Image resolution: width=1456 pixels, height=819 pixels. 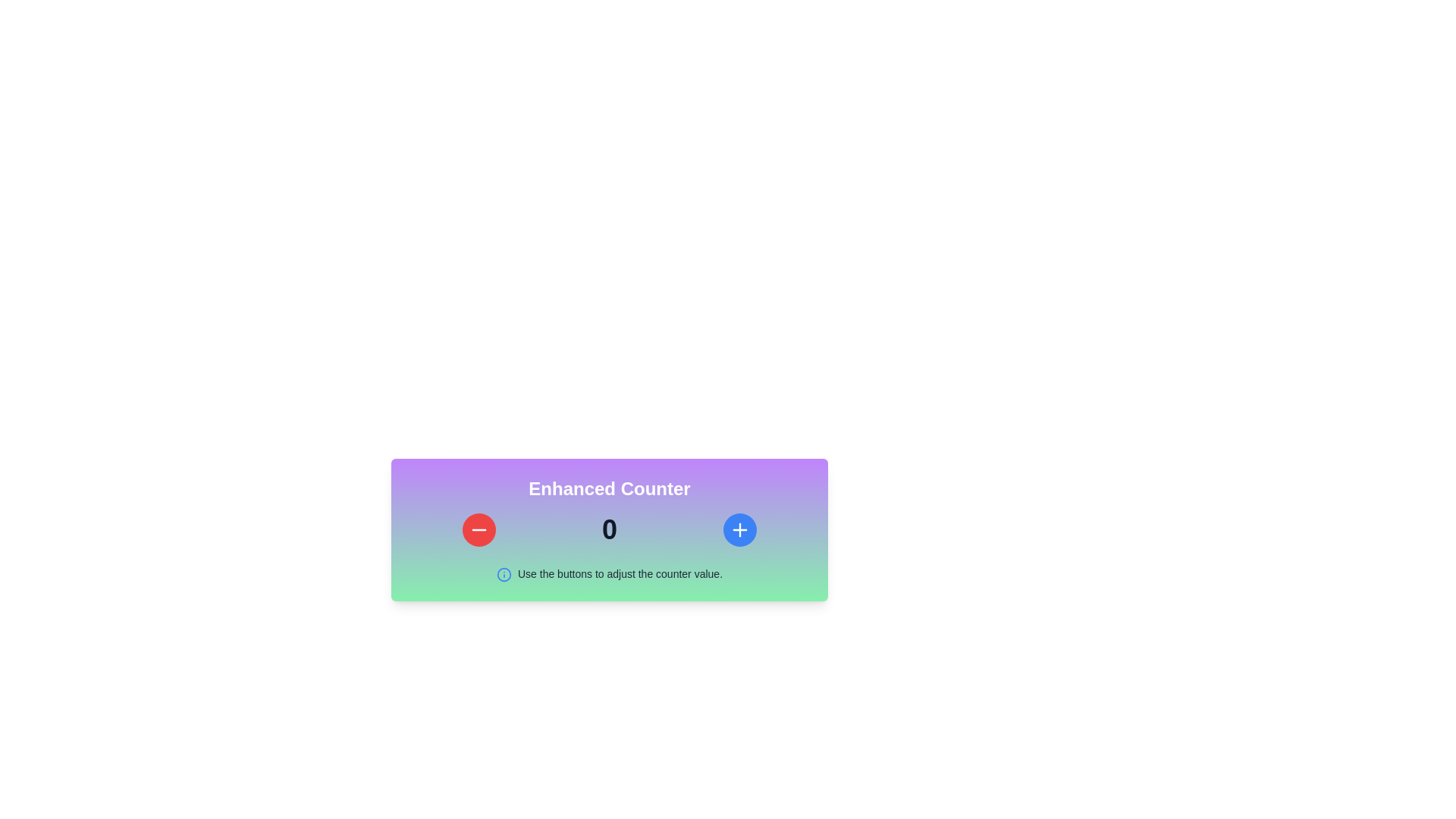 What do you see at coordinates (504, 574) in the screenshot?
I see `the circular SVG element that serves as an info icon, located at the bottom left of the enhanced counter component` at bounding box center [504, 574].